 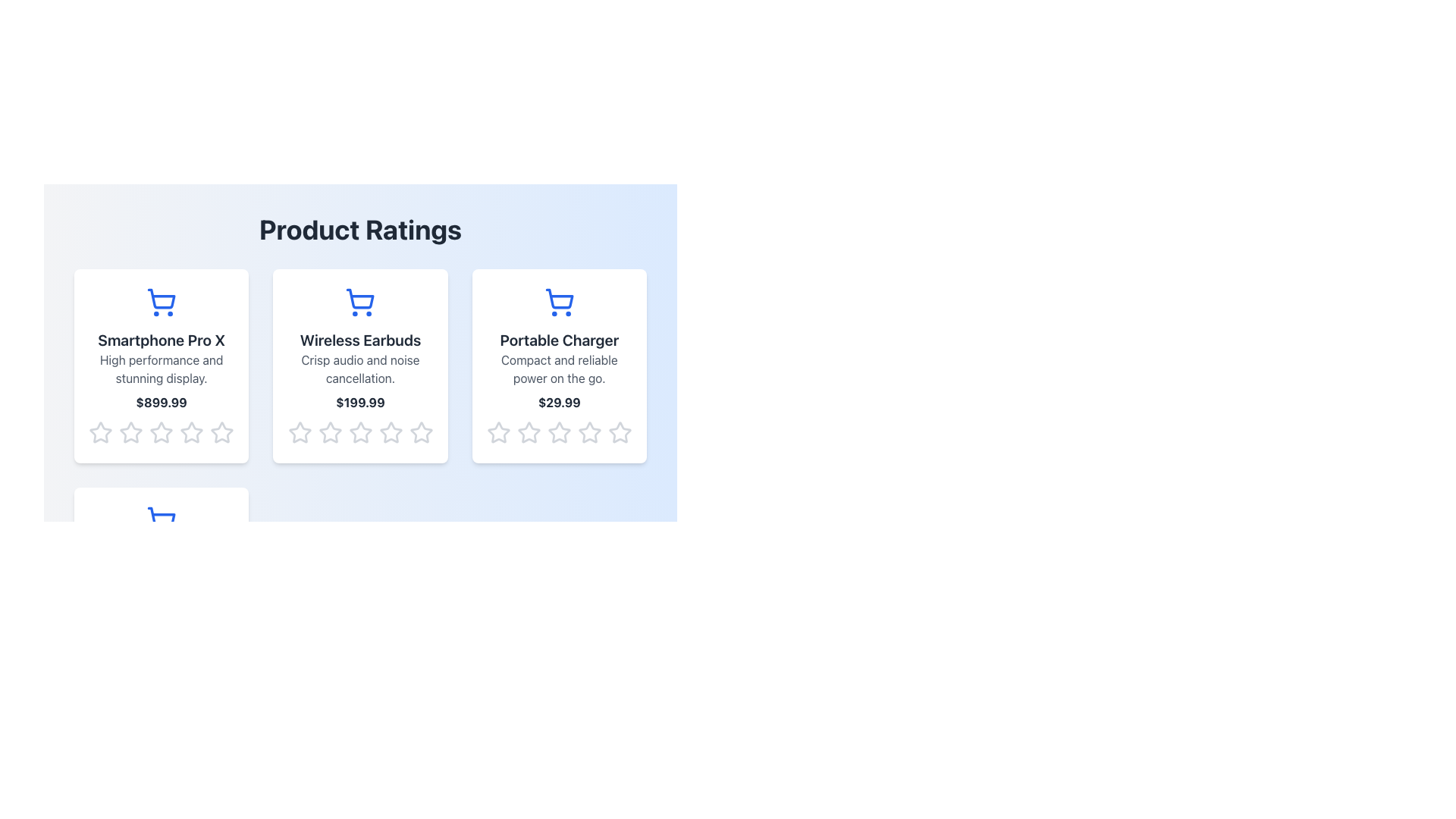 I want to click on the first interactive rating star icon outlined in light gray located below the 'Smartphone Pro X' card for action confirmation, so click(x=162, y=432).